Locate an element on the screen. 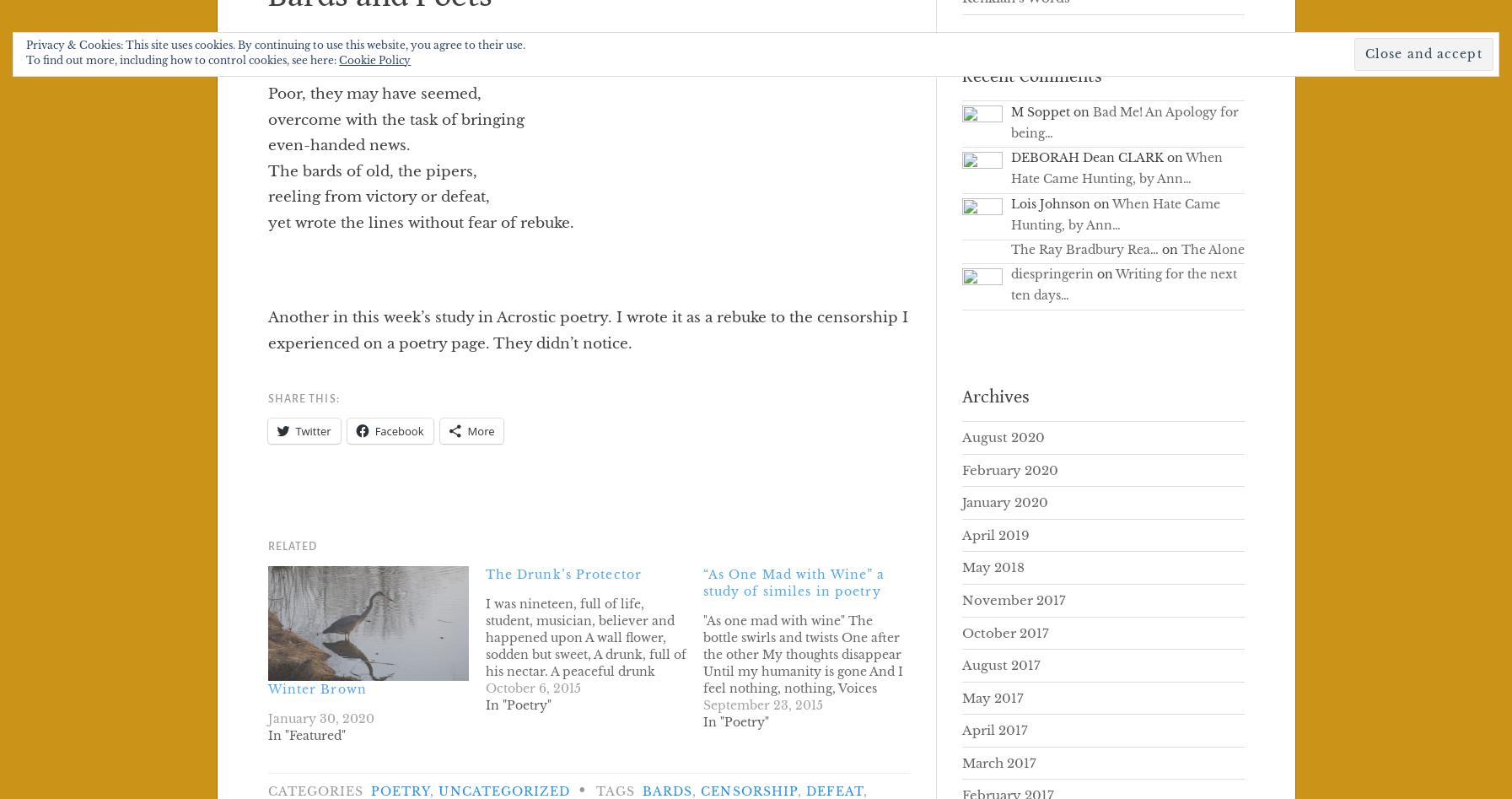 This screenshot has width=1512, height=799. 'DEBORAH Dean CLARK on' is located at coordinates (1097, 157).